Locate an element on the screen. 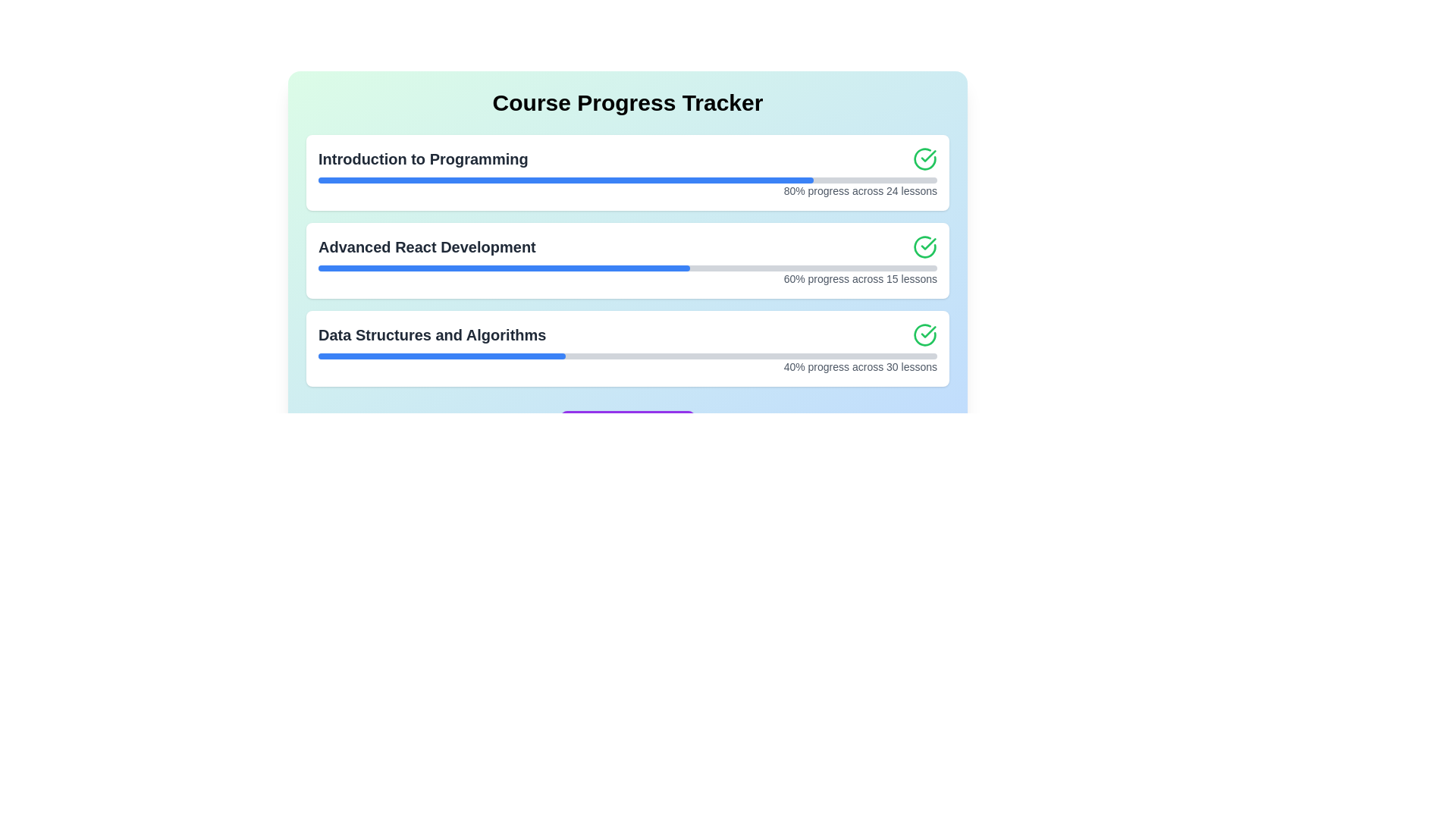  the Progress Bar indicating 80% completion for the course 'Introduction to Programming', located directly under the course title is located at coordinates (628, 180).